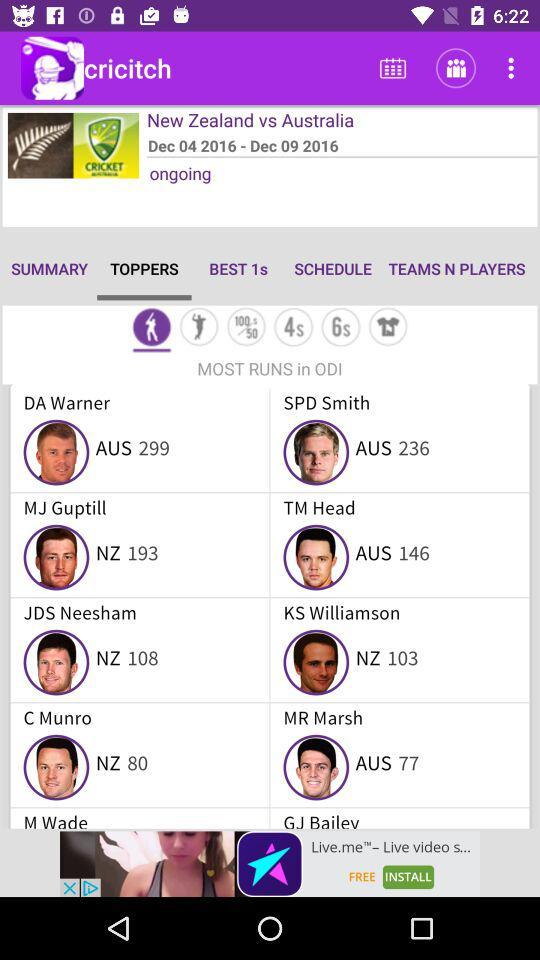 This screenshot has width=540, height=960. I want to click on install, so click(270, 863).